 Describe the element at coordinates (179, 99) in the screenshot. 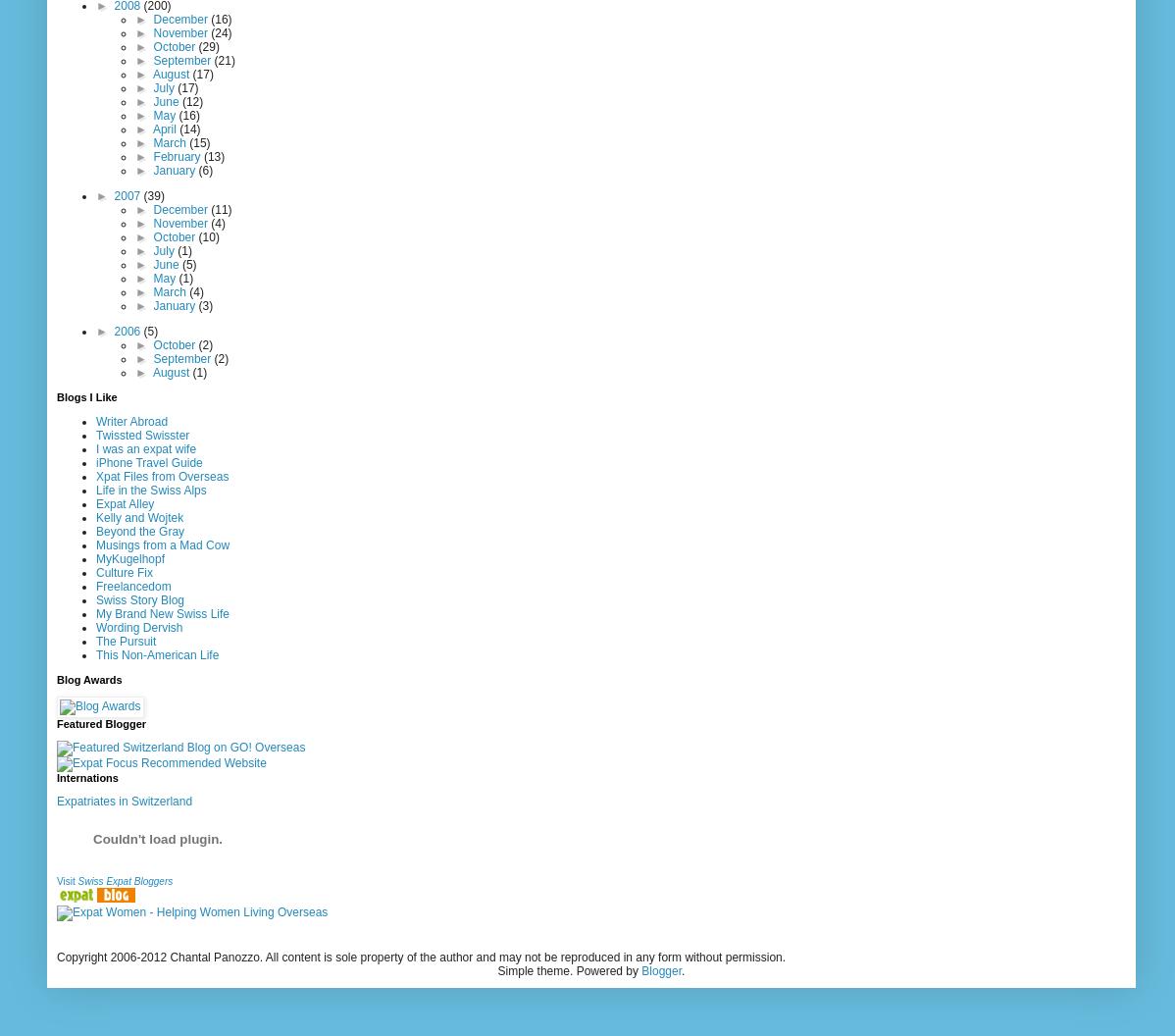

I see `'(12)'` at that location.